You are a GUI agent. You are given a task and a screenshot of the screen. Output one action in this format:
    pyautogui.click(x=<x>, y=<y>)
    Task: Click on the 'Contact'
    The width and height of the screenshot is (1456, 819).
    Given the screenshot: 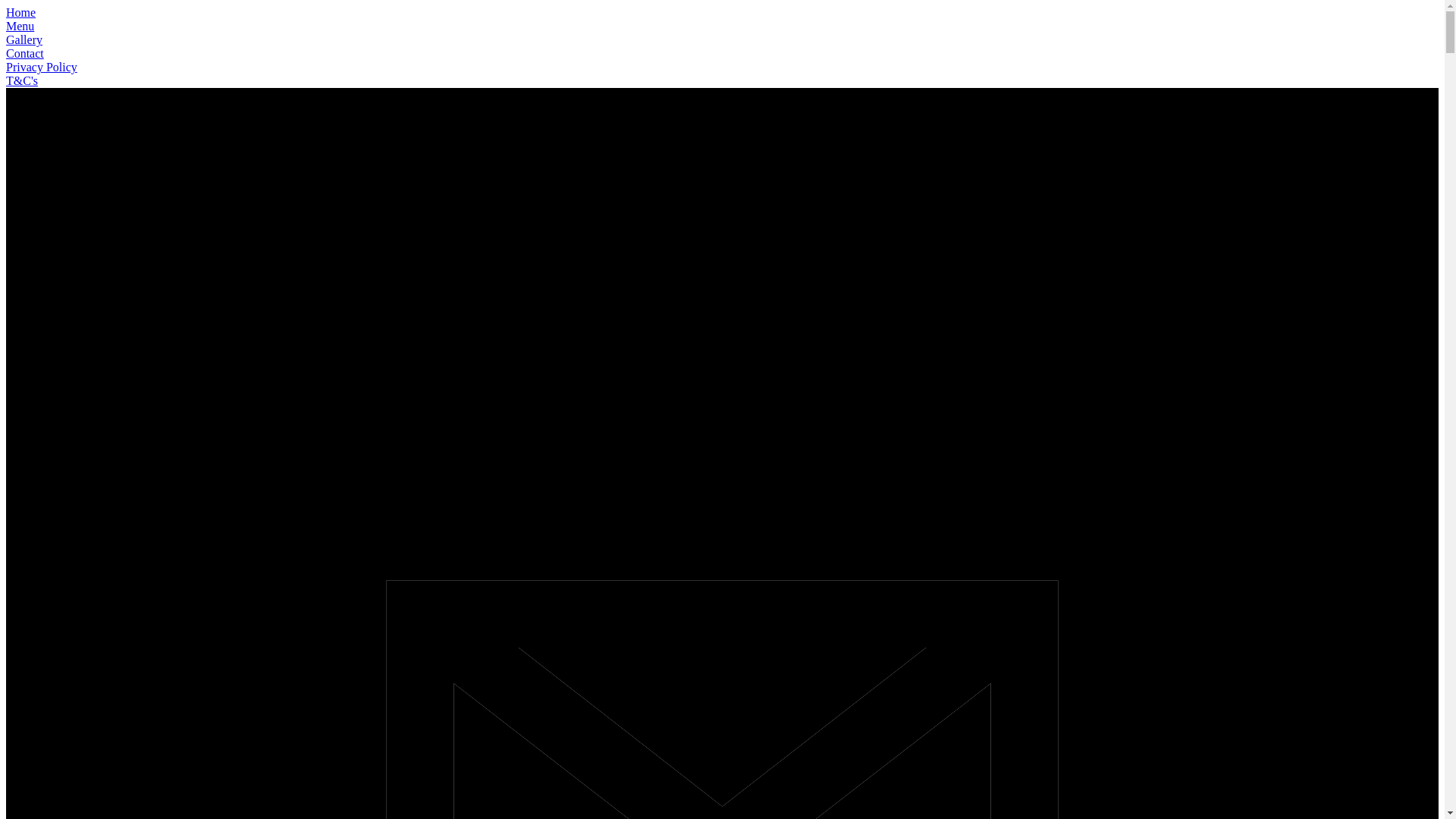 What is the action you would take?
    pyautogui.click(x=25, y=52)
    